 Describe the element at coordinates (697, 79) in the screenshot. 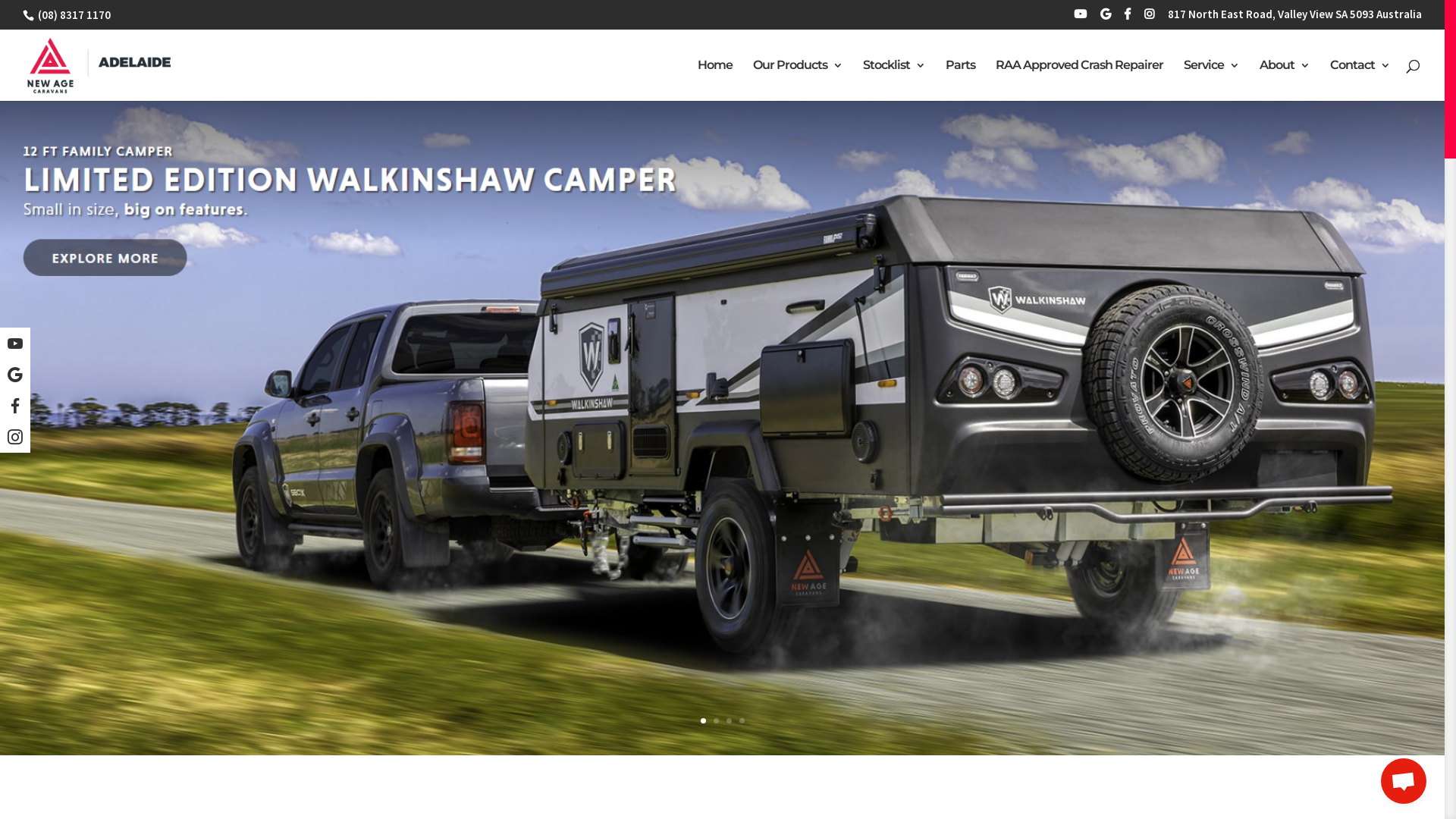

I see `'Home'` at that location.